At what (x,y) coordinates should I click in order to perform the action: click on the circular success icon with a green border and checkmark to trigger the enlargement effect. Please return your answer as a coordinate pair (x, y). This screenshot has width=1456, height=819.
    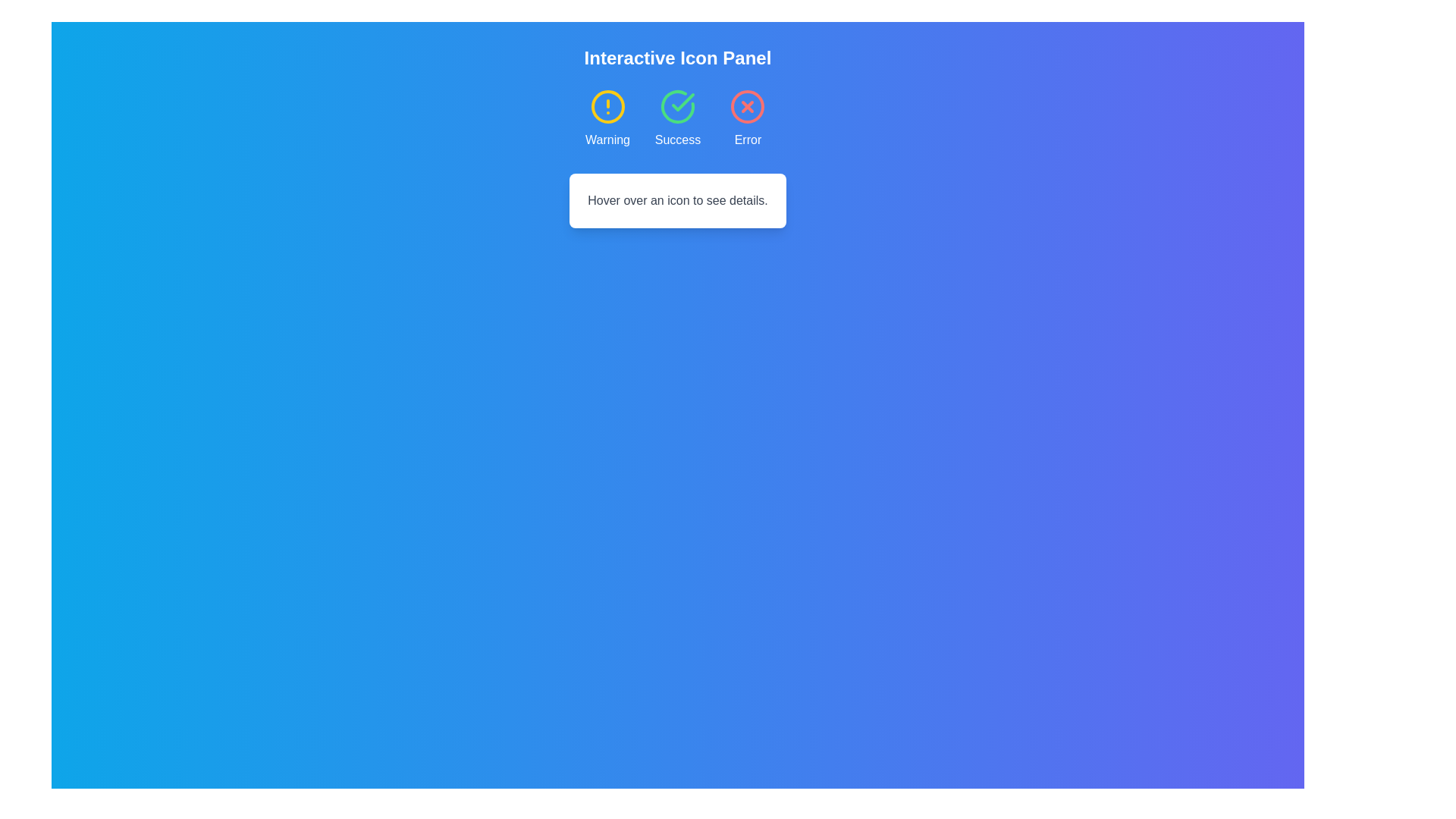
    Looking at the image, I should click on (676, 106).